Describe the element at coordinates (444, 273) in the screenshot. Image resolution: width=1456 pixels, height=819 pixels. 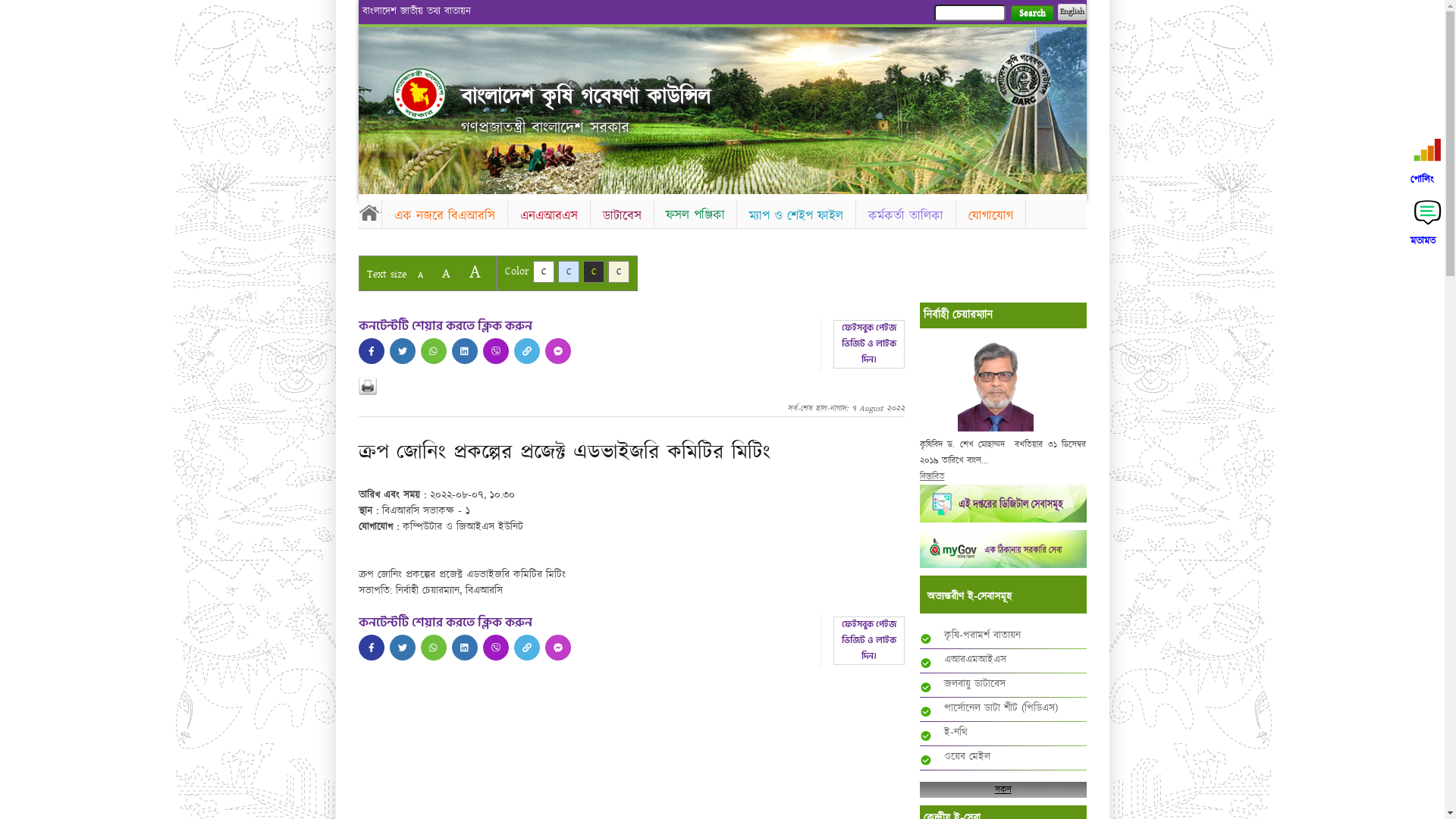
I see `'A'` at that location.